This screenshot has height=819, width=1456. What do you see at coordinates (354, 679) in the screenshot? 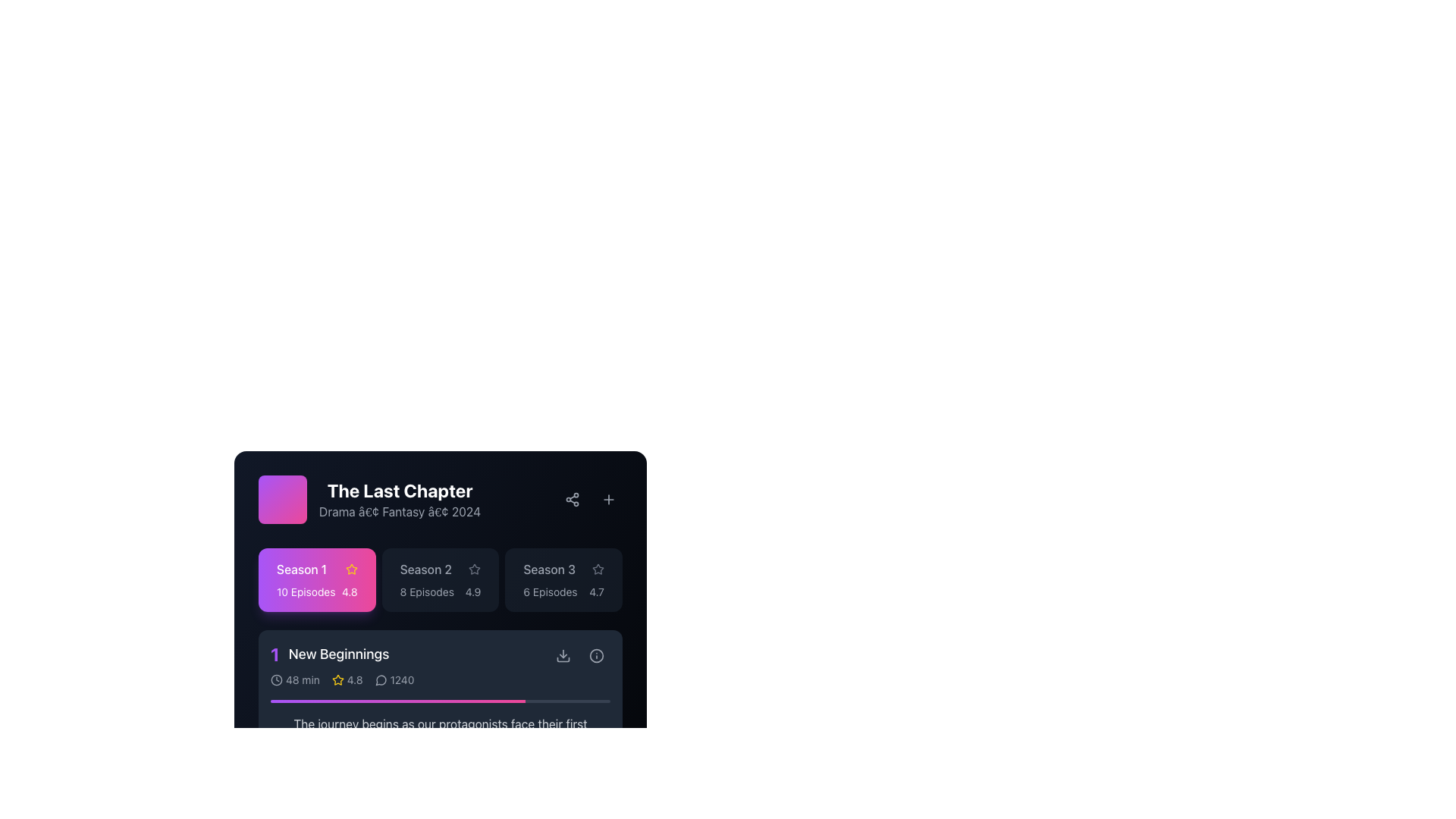
I see `the static text representing the numerical rating value associated with the star icon next` at bounding box center [354, 679].